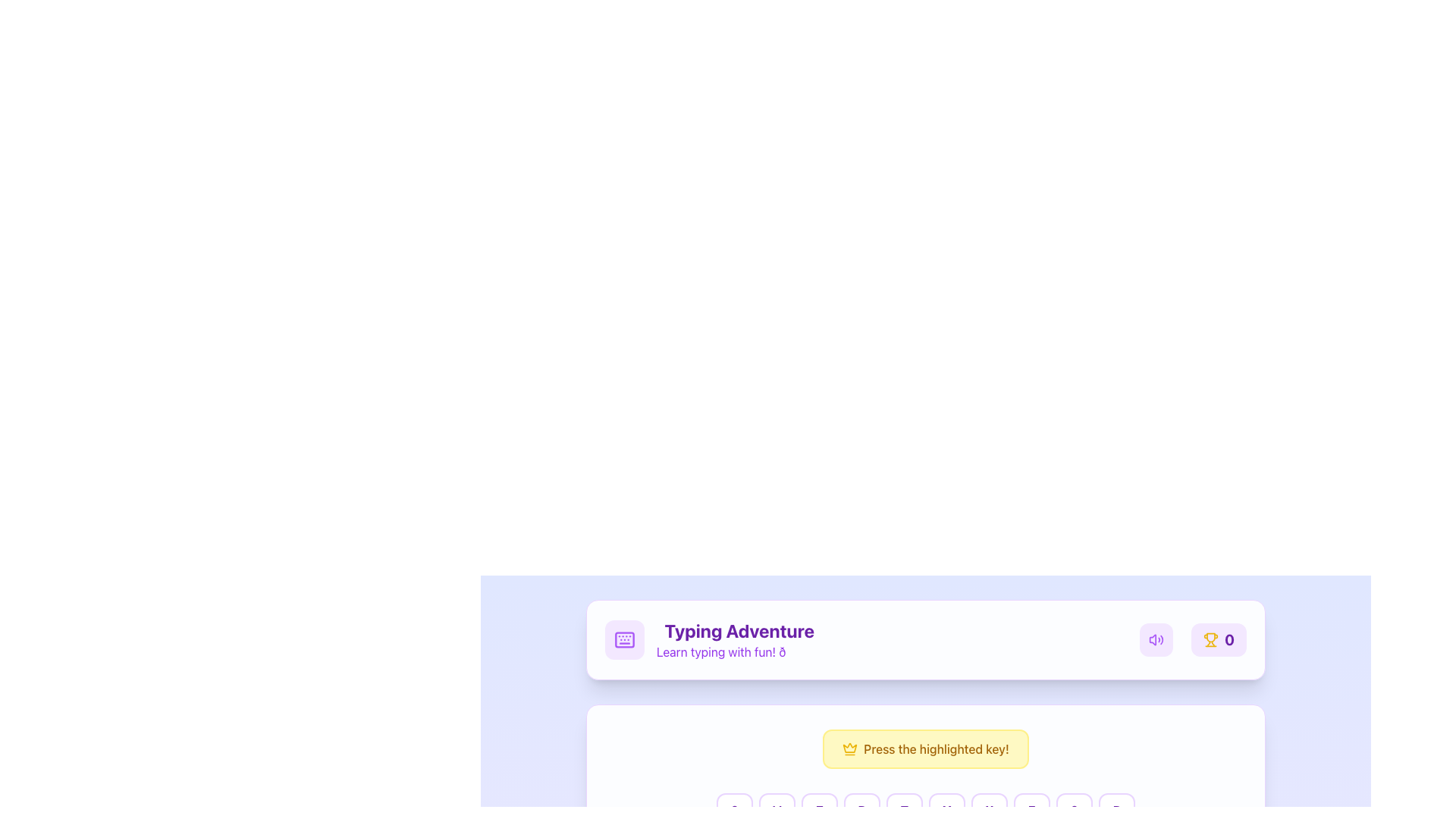 The image size is (1456, 819). What do you see at coordinates (739, 640) in the screenshot?
I see `the text block displaying 'Typing Adventure.' and 'Learn typing with fun! 🌟.' by moving the cursor to its center point` at bounding box center [739, 640].